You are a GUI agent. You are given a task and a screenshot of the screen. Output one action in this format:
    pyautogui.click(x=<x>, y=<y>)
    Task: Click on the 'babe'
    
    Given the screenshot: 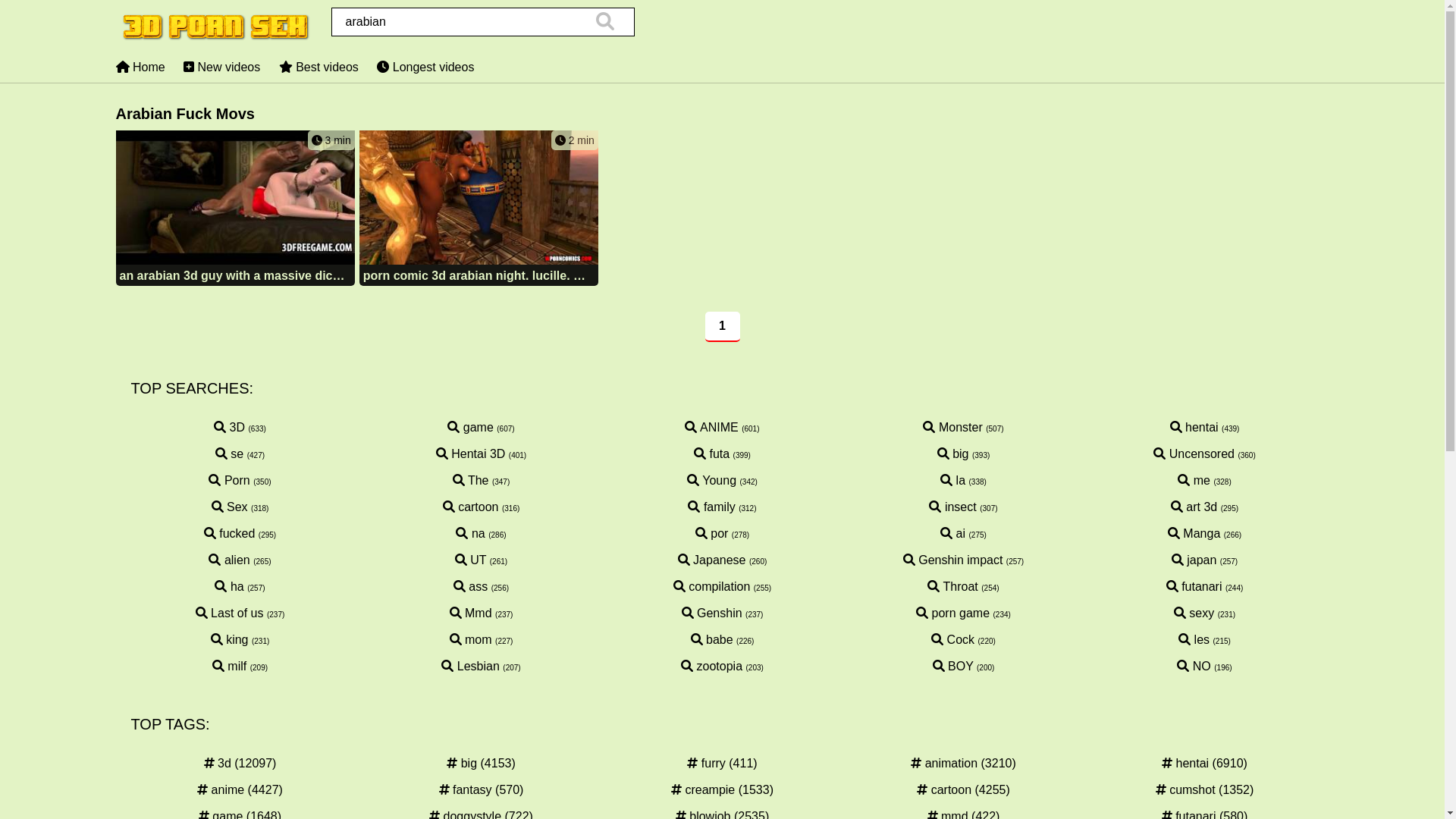 What is the action you would take?
    pyautogui.click(x=711, y=639)
    